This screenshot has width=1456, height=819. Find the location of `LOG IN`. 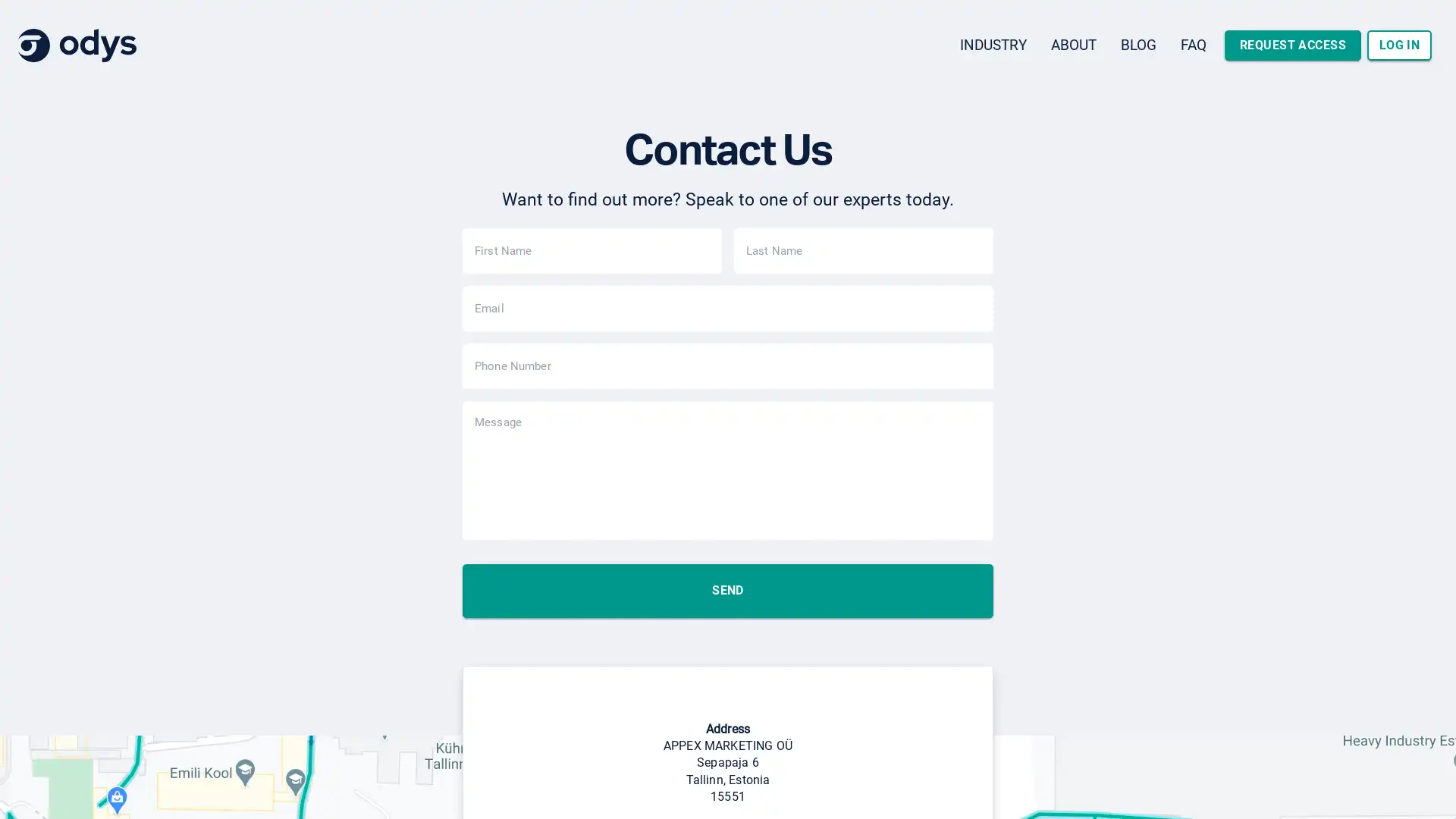

LOG IN is located at coordinates (1398, 45).